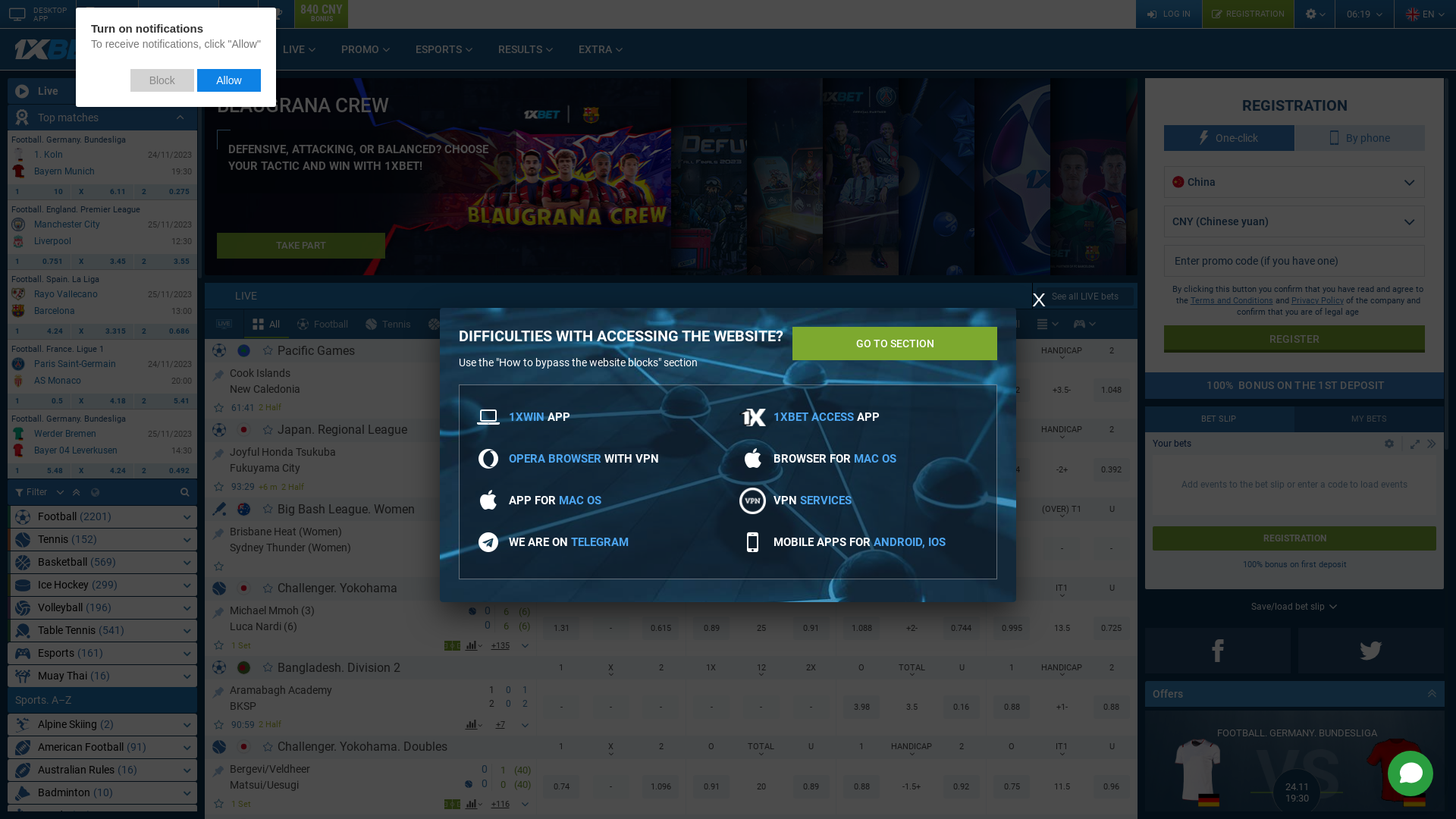 The height and width of the screenshot is (819, 1456). What do you see at coordinates (134, 260) in the screenshot?
I see `'2` at bounding box center [134, 260].